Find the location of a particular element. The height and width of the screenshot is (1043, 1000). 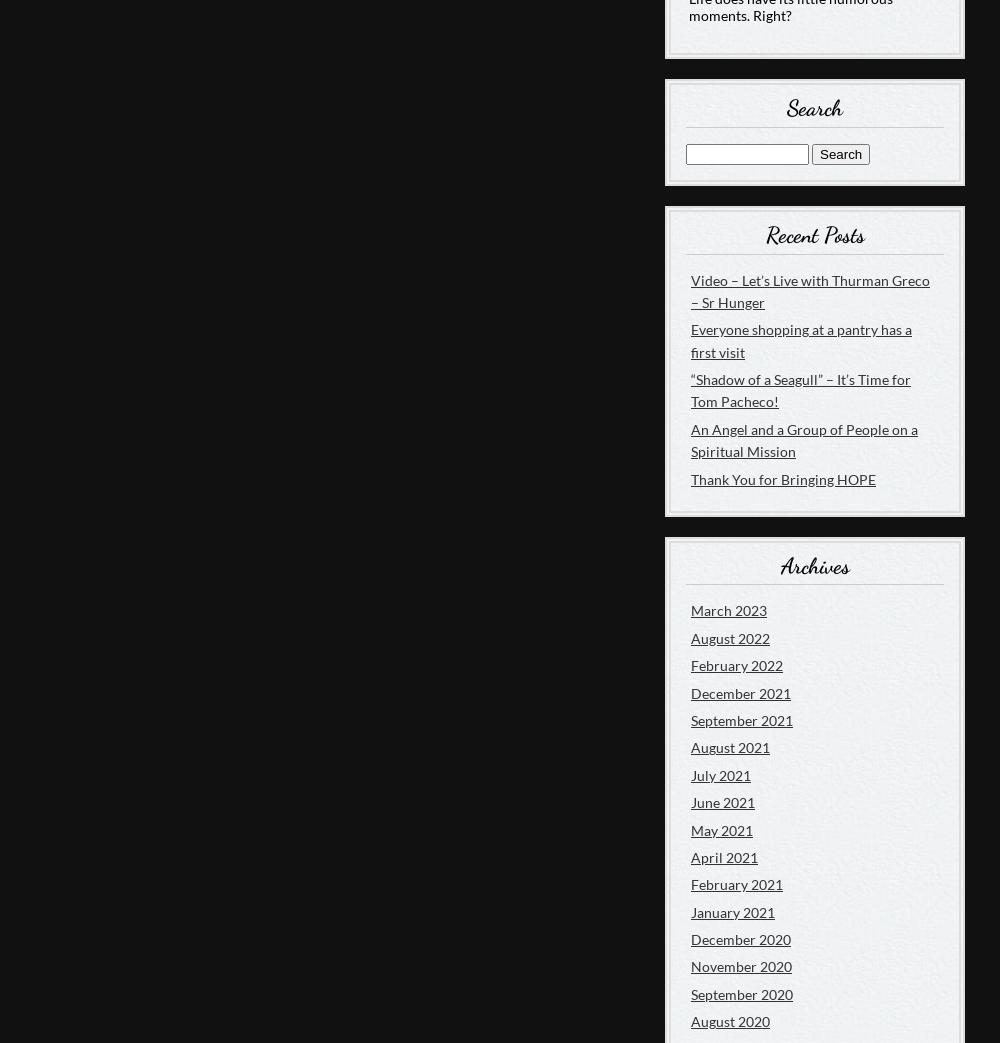

'November 2020' is located at coordinates (740, 965).